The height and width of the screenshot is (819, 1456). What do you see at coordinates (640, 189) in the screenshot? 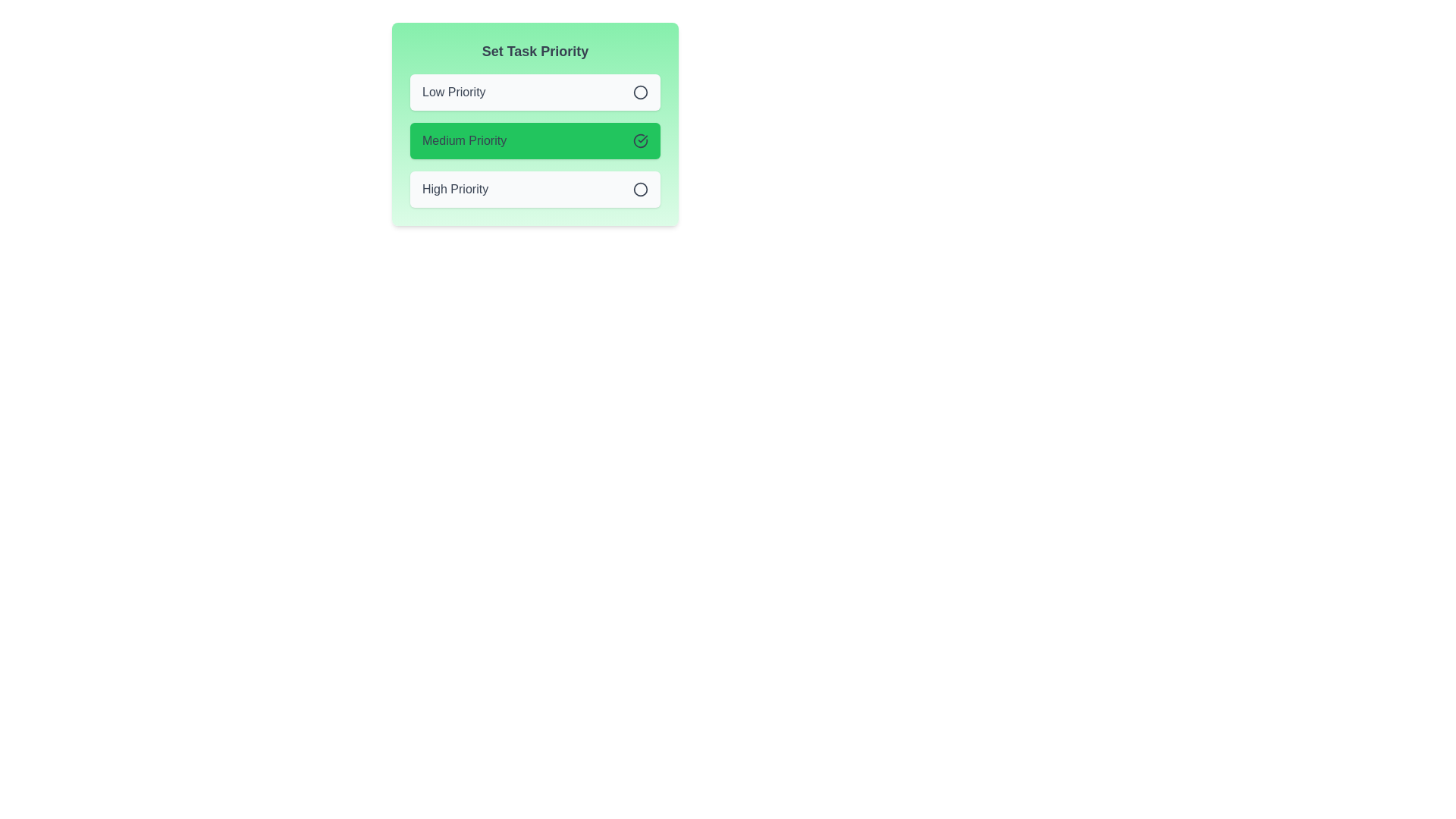
I see `the icon representing the 'High Priority' option in the task priority selector` at bounding box center [640, 189].